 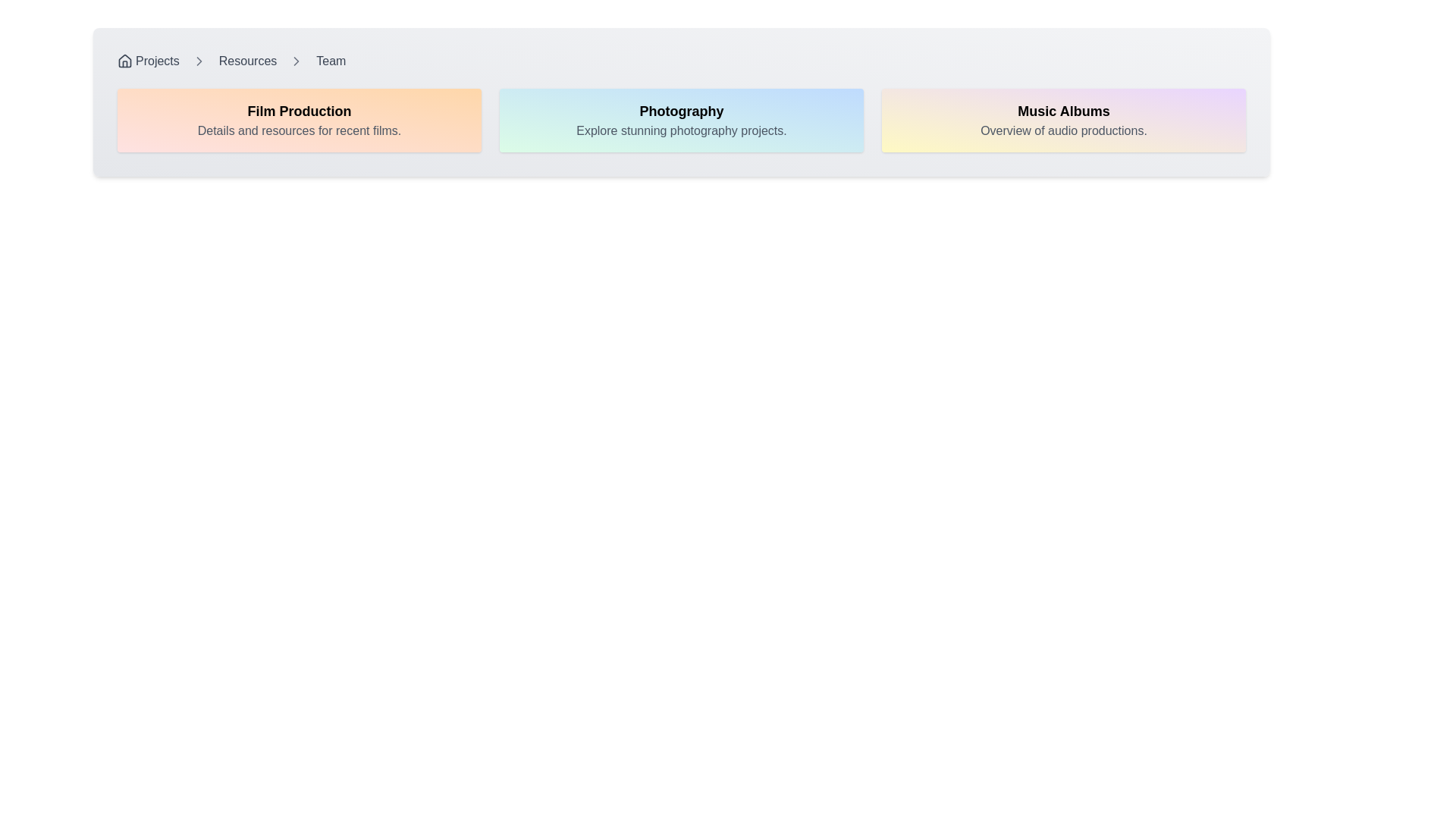 I want to click on the Informational card representing the 'Photography' category, which is located in the middle of a row of three sections in a grid layout, flanked by 'Film Production' and 'Music Albums', so click(x=680, y=119).